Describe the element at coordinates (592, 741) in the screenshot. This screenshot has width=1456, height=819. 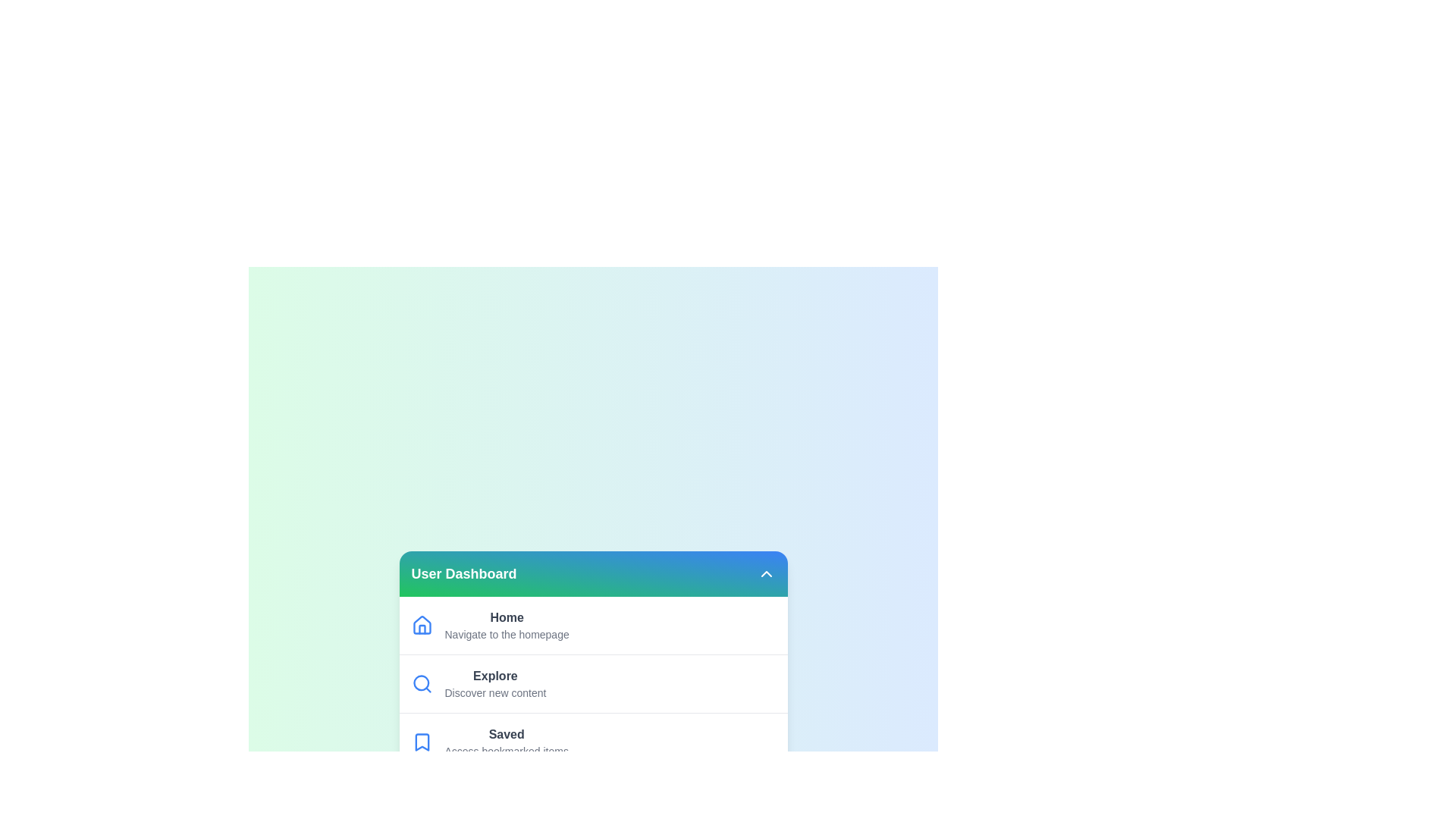
I see `the menu item Saved to reveal its hover effect` at that location.